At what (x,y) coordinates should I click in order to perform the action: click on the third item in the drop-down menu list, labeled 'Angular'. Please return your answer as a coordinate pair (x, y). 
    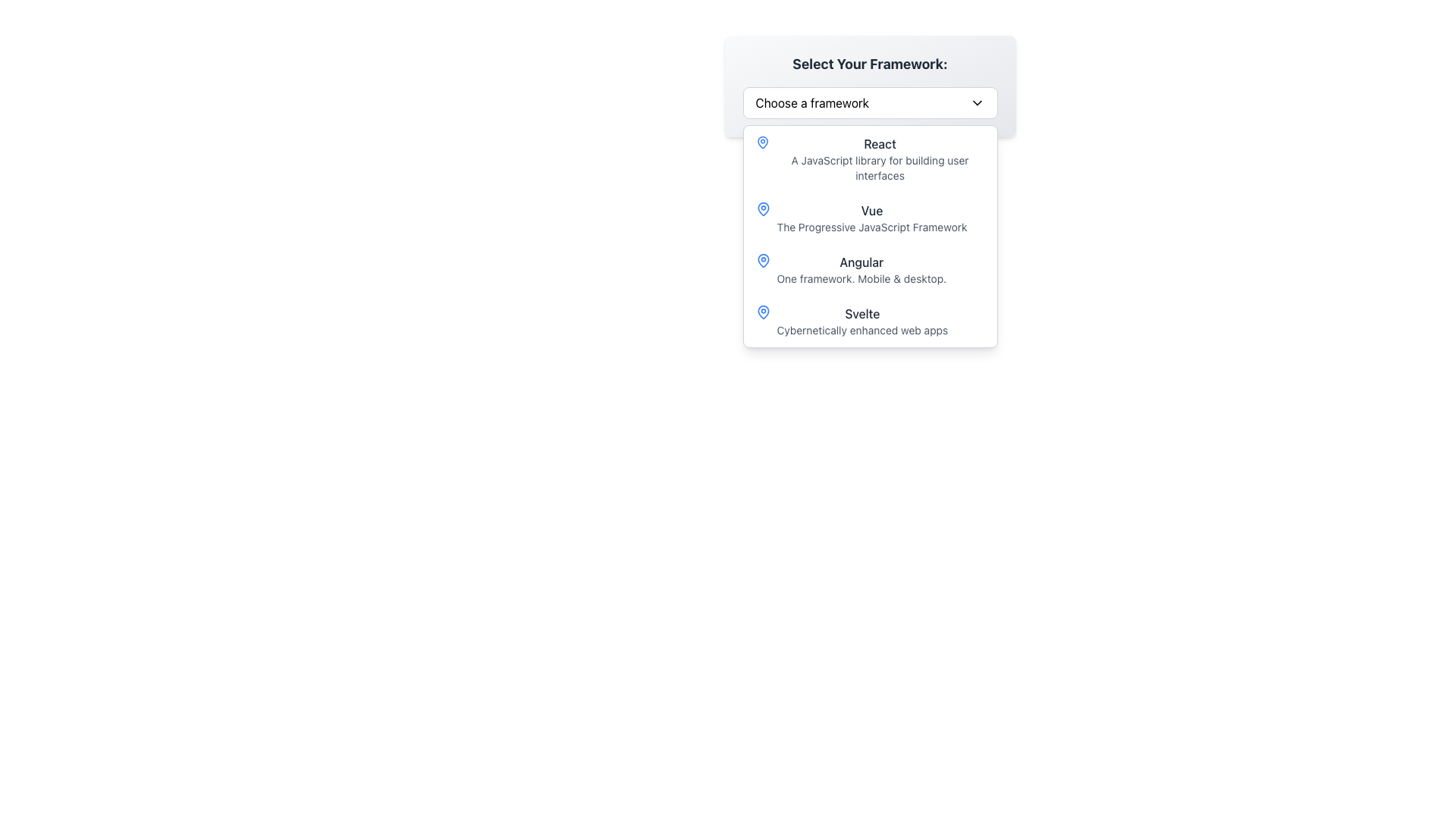
    Looking at the image, I should click on (870, 268).